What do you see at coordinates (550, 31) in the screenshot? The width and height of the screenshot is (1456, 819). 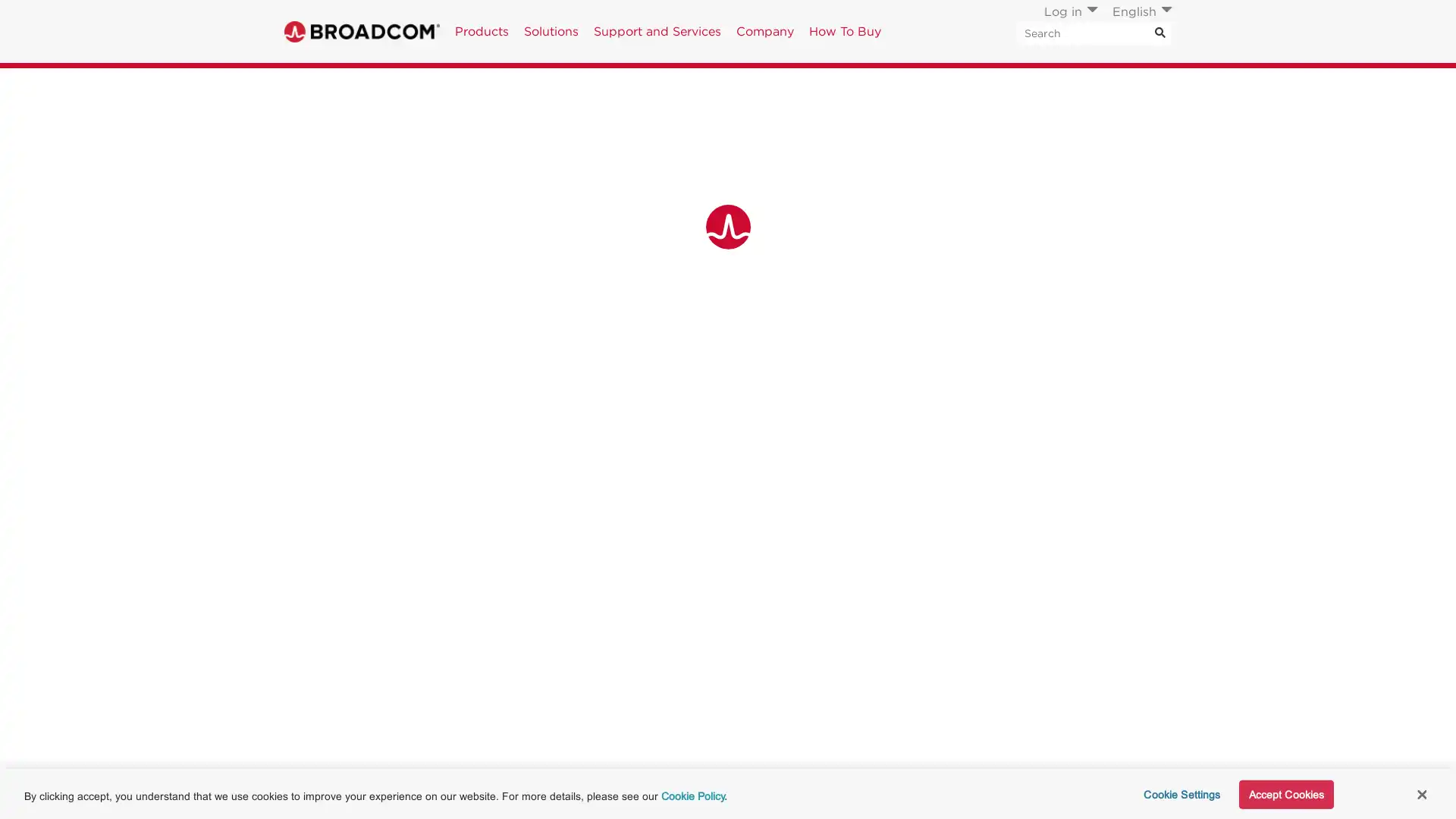 I see `Solutions` at bounding box center [550, 31].